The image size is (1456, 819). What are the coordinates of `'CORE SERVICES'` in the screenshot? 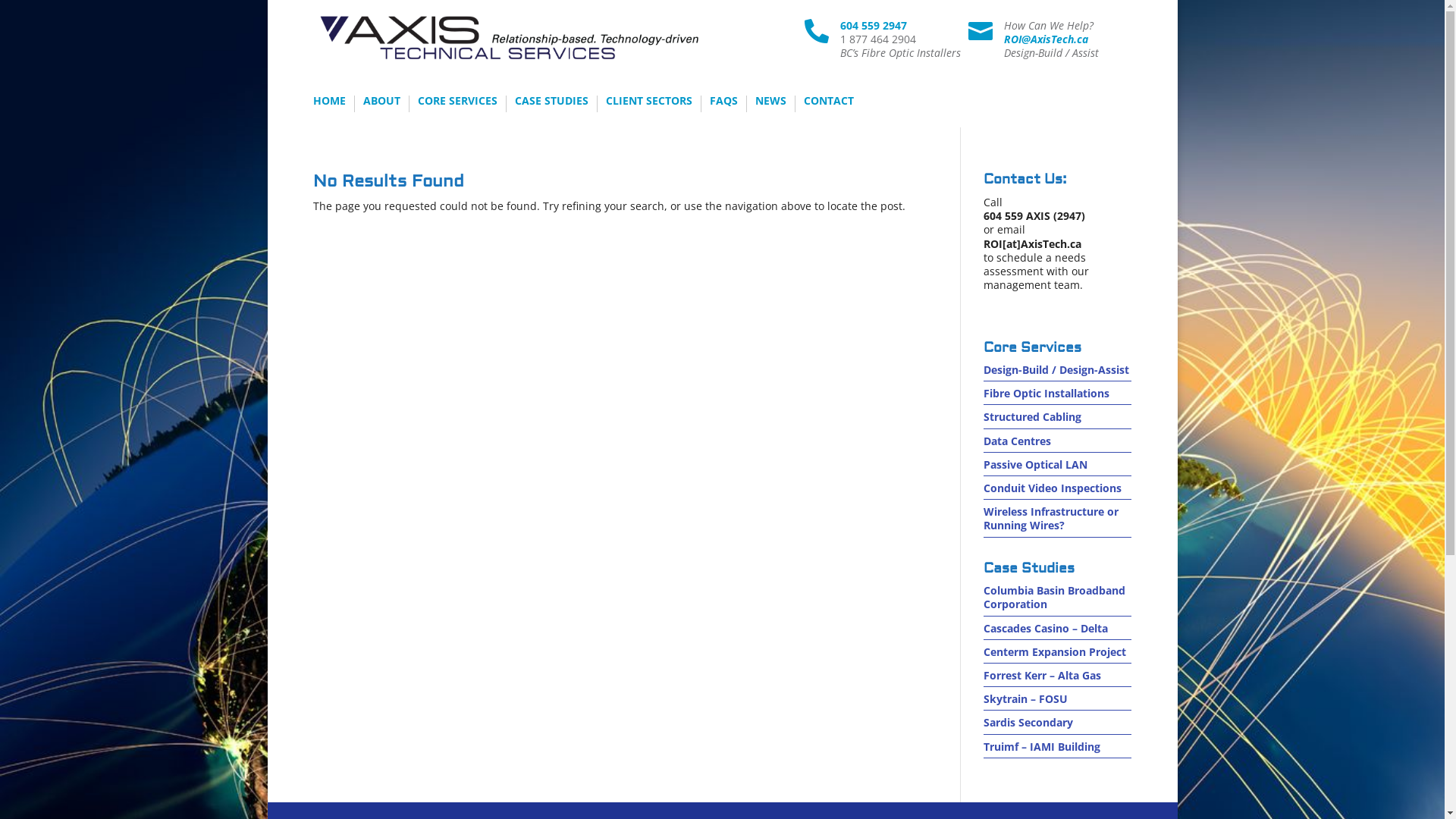 It's located at (456, 103).